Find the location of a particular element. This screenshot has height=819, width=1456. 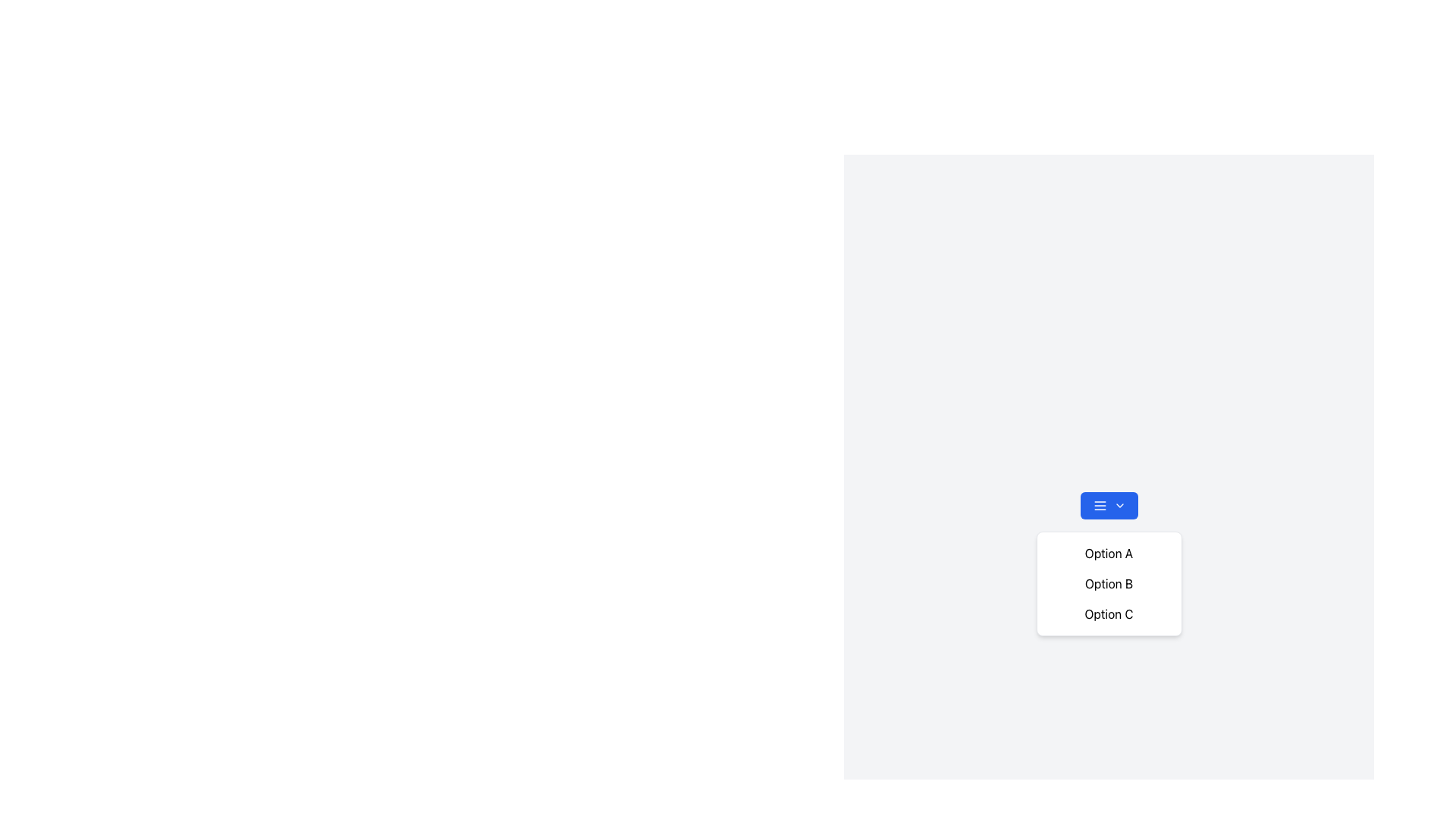

the small blue button with a hamburger menu icon, located at the top-left of the button is located at coordinates (1100, 506).